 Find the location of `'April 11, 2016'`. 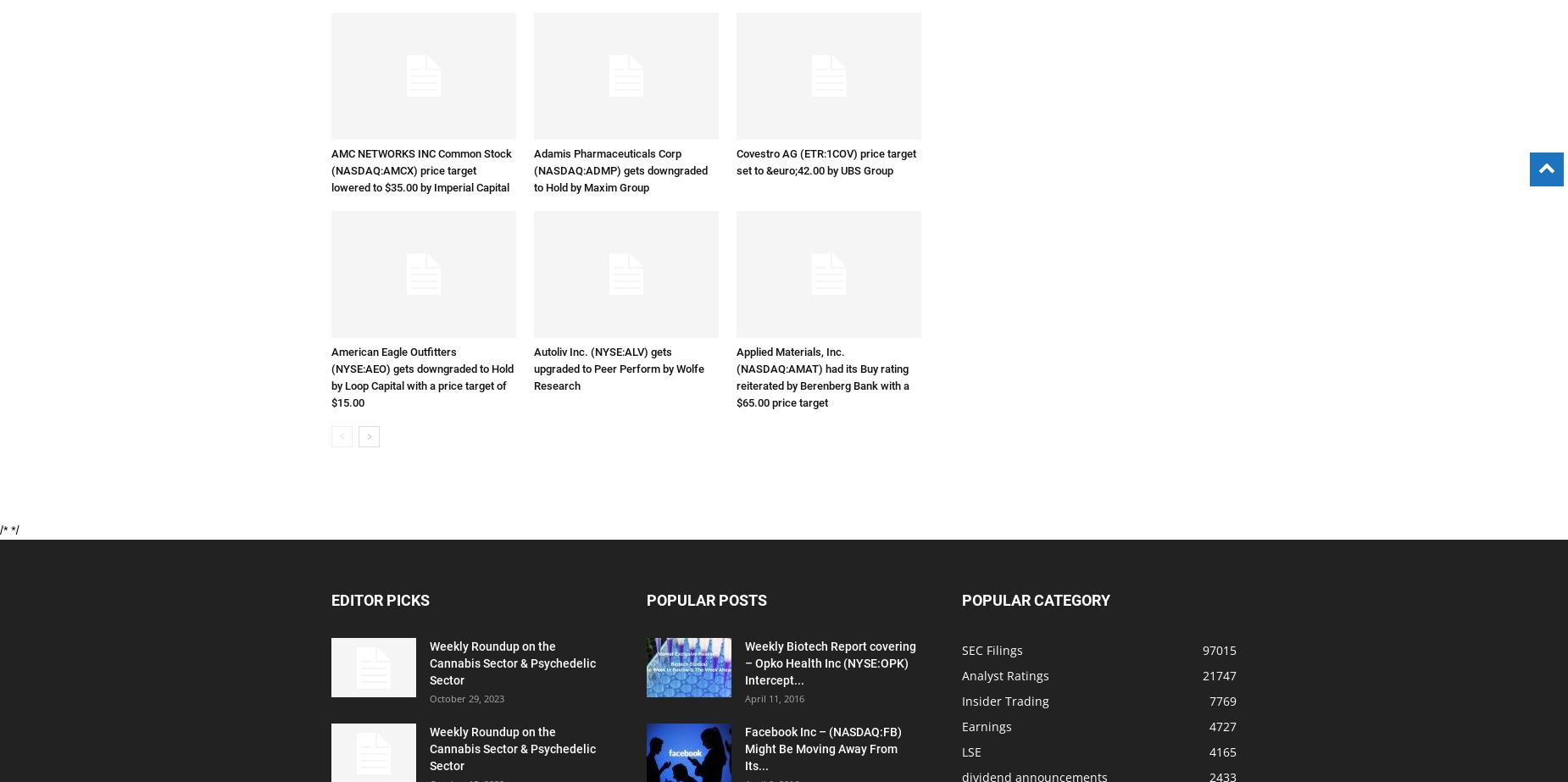

'April 11, 2016' is located at coordinates (744, 697).